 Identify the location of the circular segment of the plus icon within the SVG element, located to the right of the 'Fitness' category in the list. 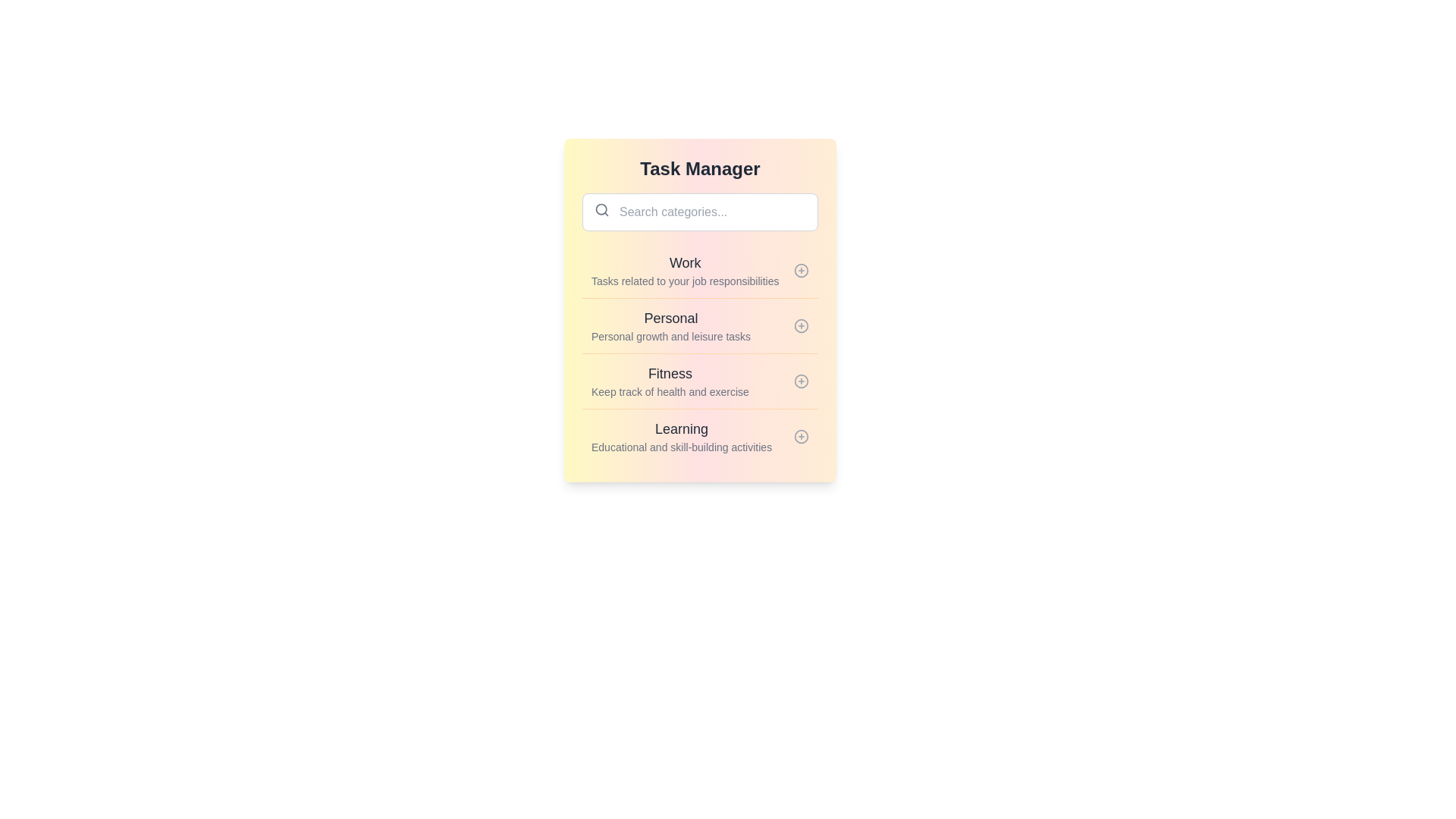
(800, 380).